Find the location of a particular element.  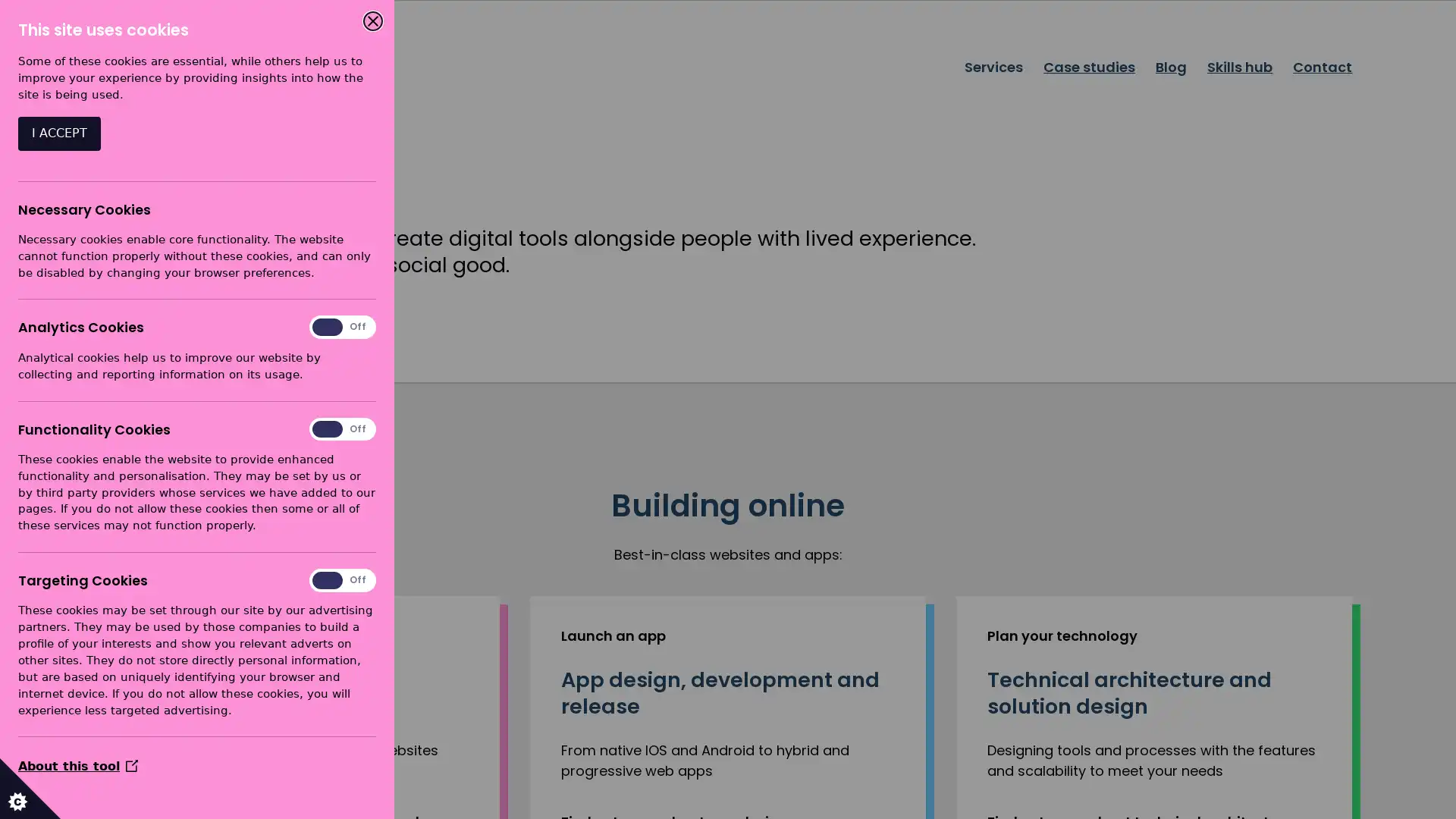

I ACCEPT is located at coordinates (59, 133).